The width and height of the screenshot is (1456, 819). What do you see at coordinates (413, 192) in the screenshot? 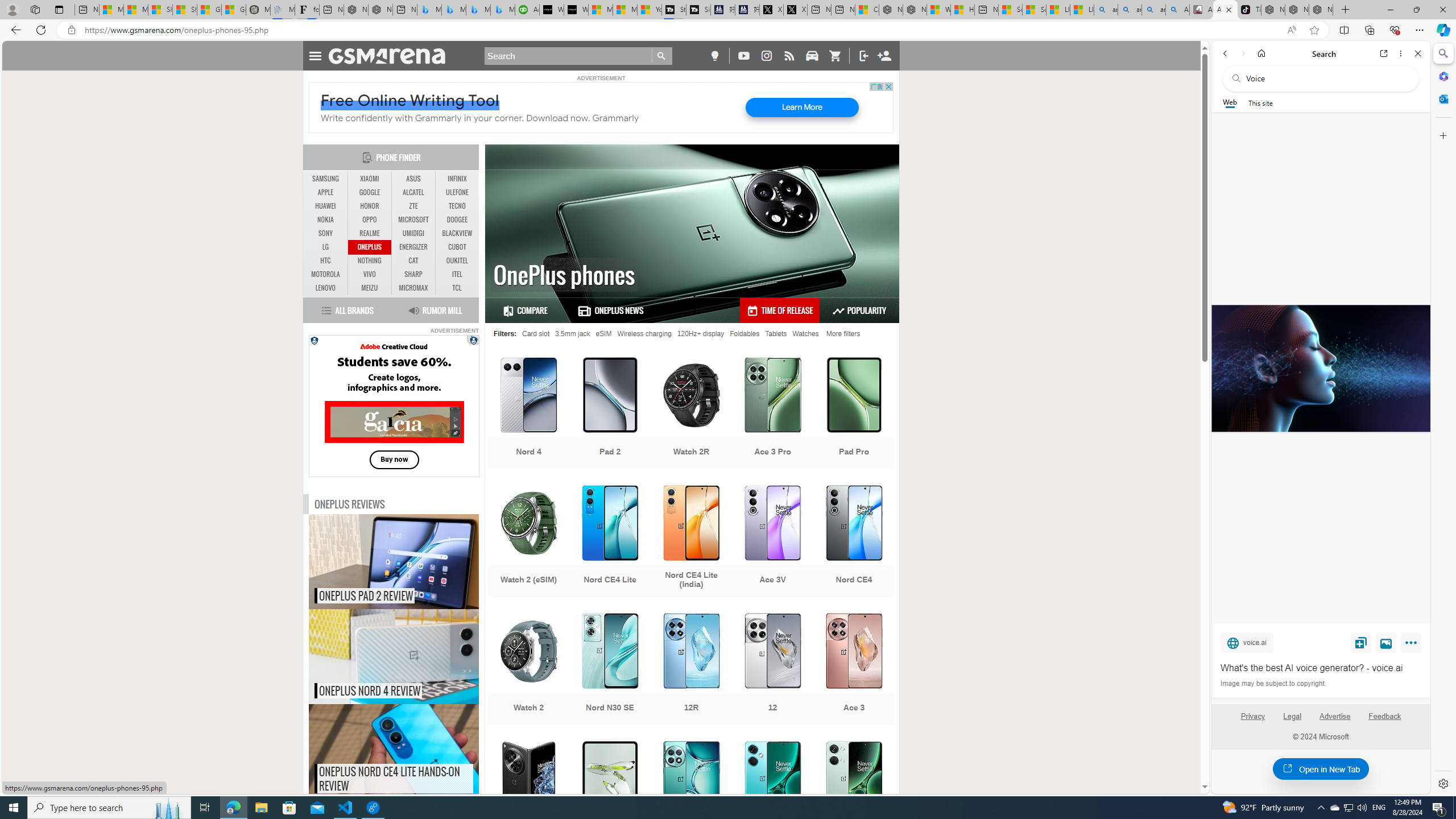
I see `'ALCATEL'` at bounding box center [413, 192].